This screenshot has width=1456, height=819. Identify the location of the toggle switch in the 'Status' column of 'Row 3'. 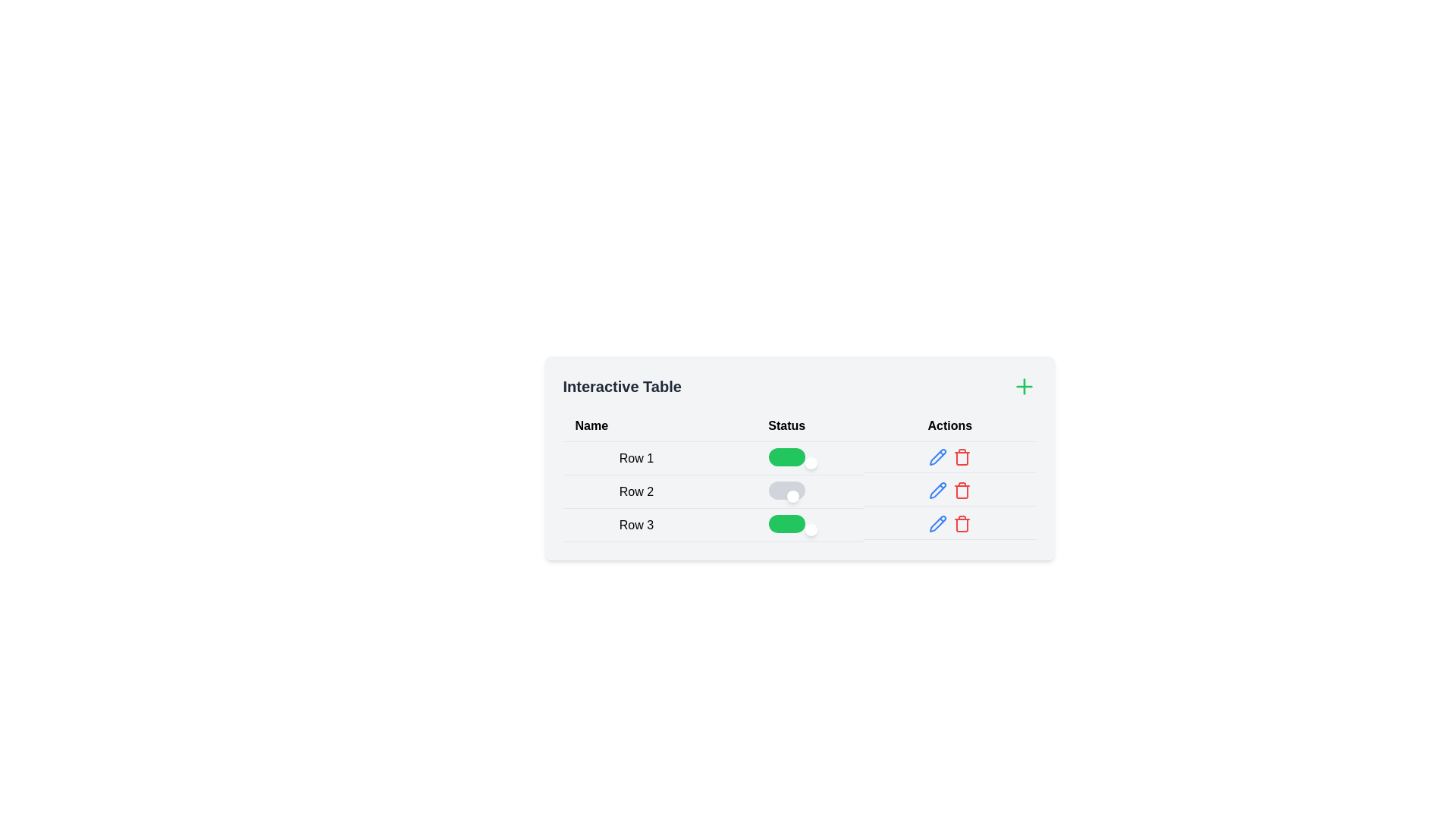
(786, 522).